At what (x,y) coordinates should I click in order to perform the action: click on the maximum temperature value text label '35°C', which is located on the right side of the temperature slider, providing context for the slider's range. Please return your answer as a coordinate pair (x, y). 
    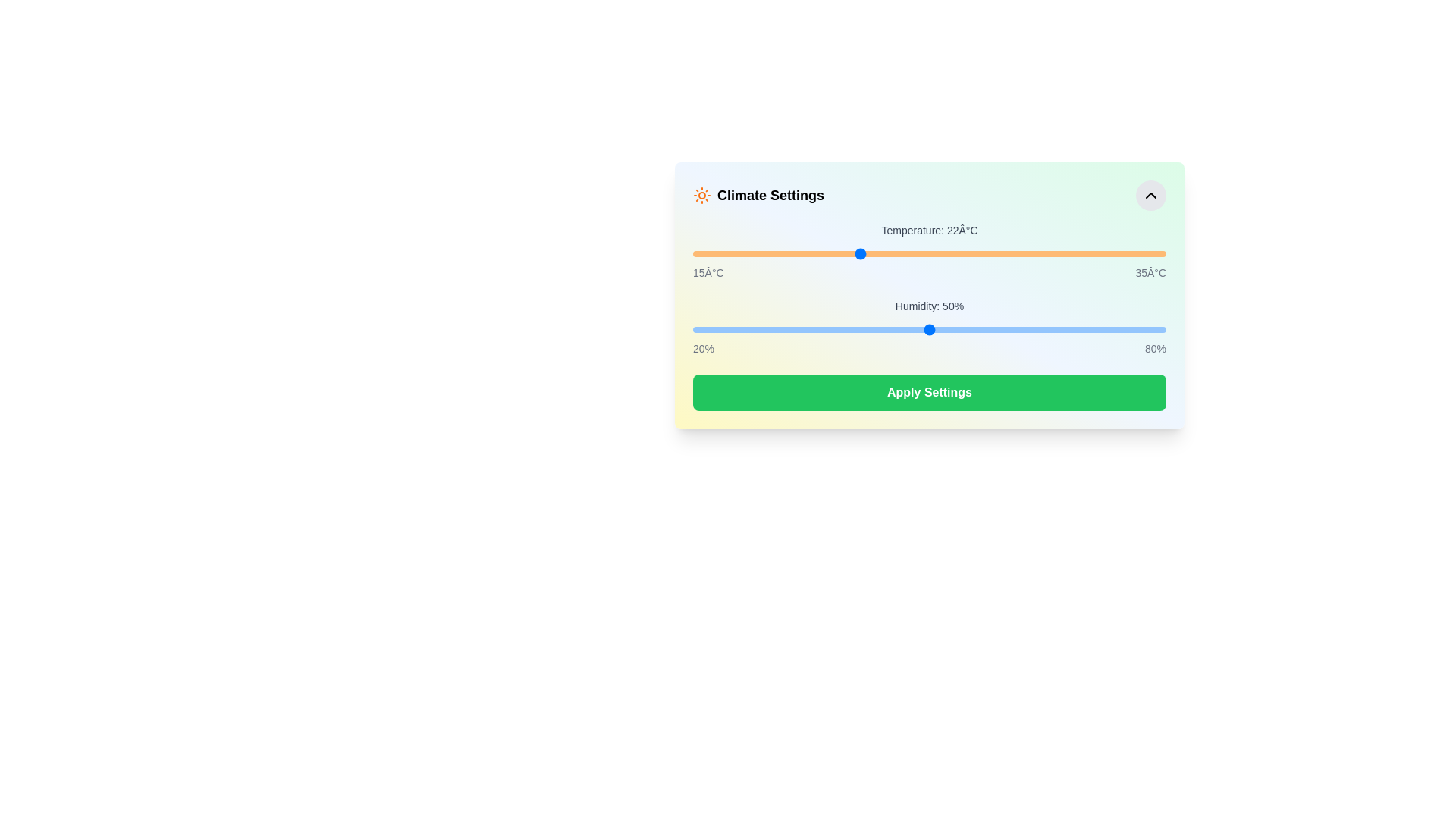
    Looking at the image, I should click on (1150, 271).